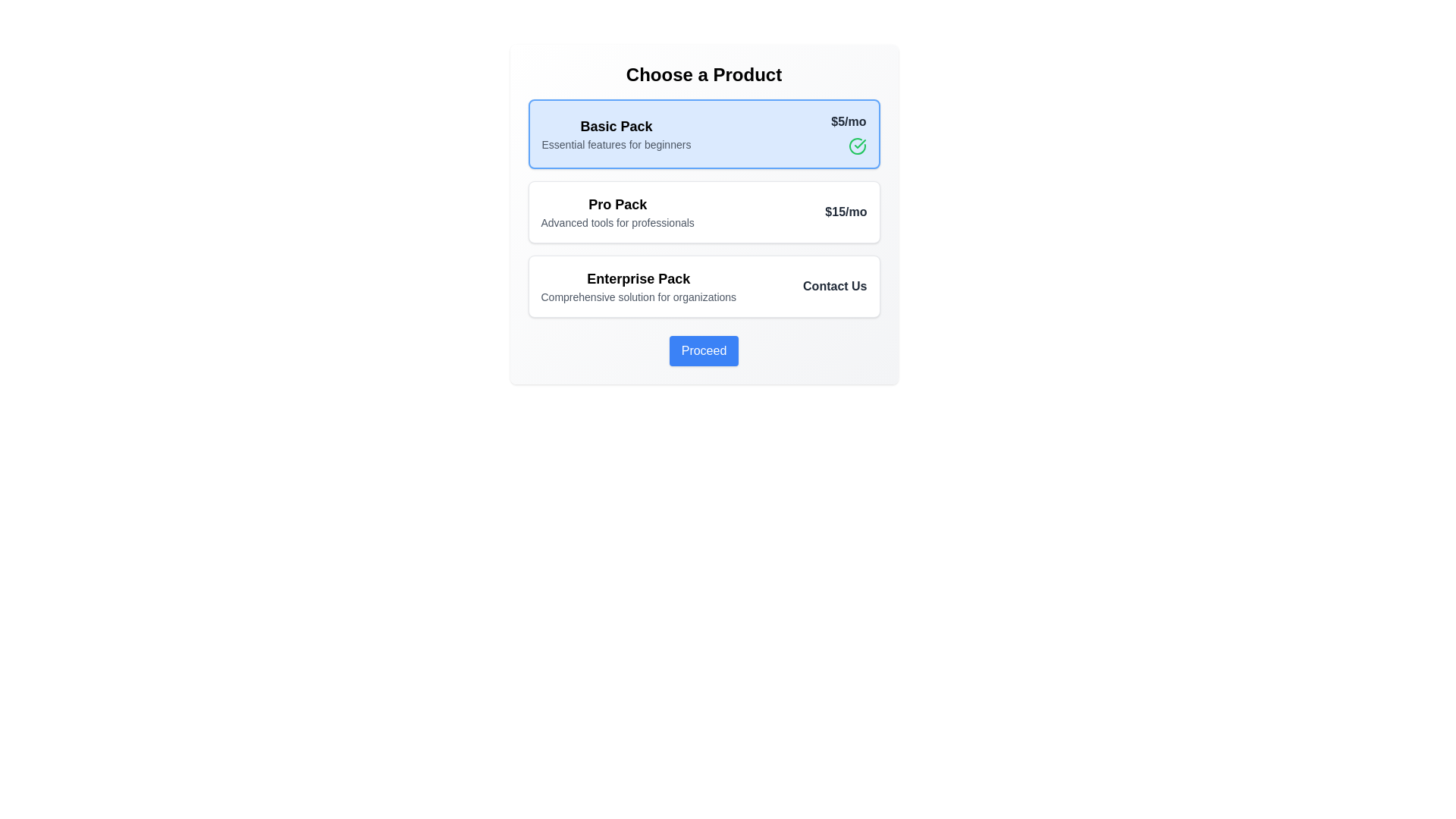  Describe the element at coordinates (703, 214) in the screenshot. I see `the 'Pro Pack' selectable card in the 'Choose a Product' panel` at that location.